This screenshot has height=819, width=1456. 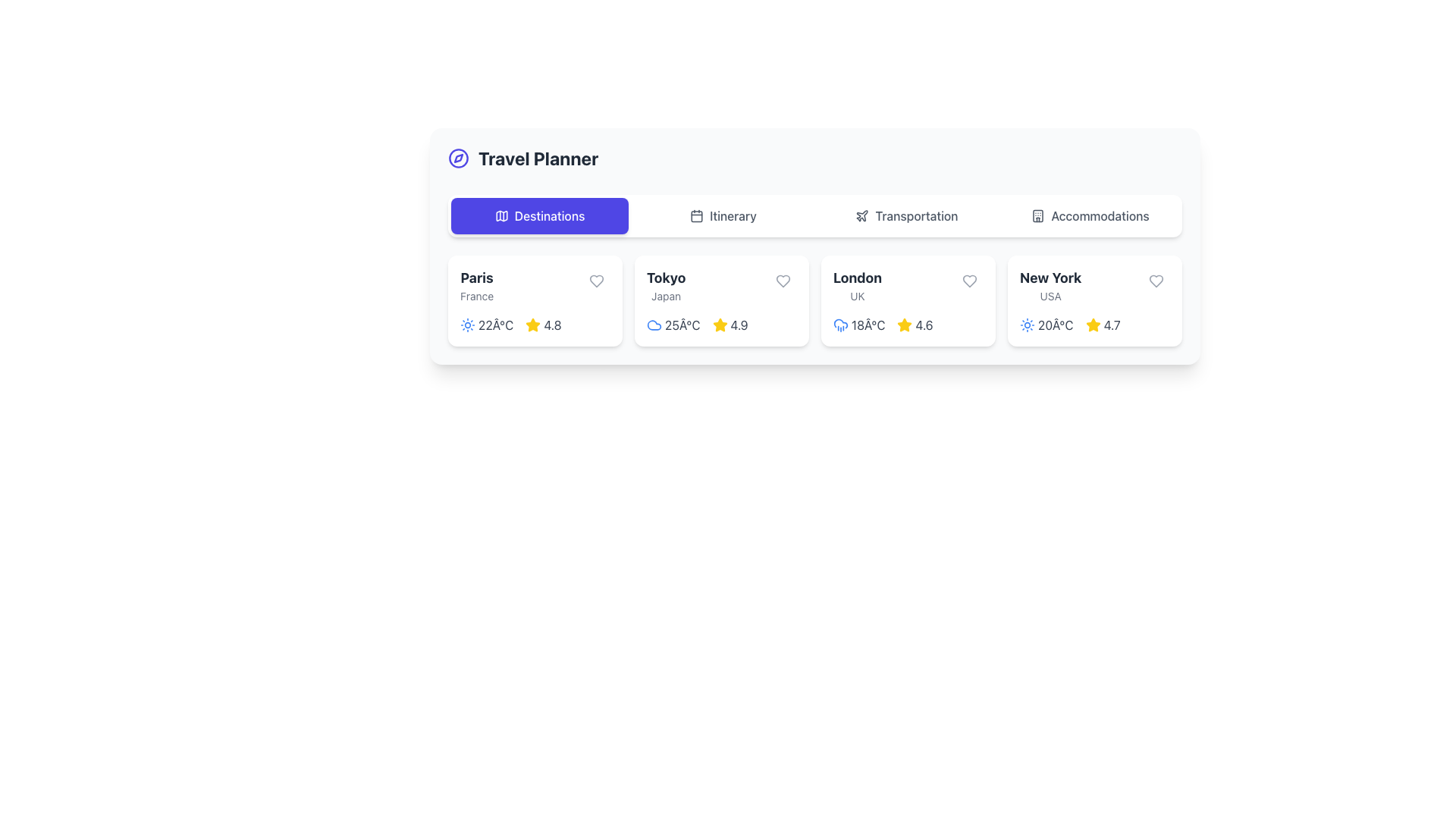 I want to click on text from the bold, large dark gray text label that spells 'New York', located at the top-left side of the New York destination card, so click(x=1050, y=278).